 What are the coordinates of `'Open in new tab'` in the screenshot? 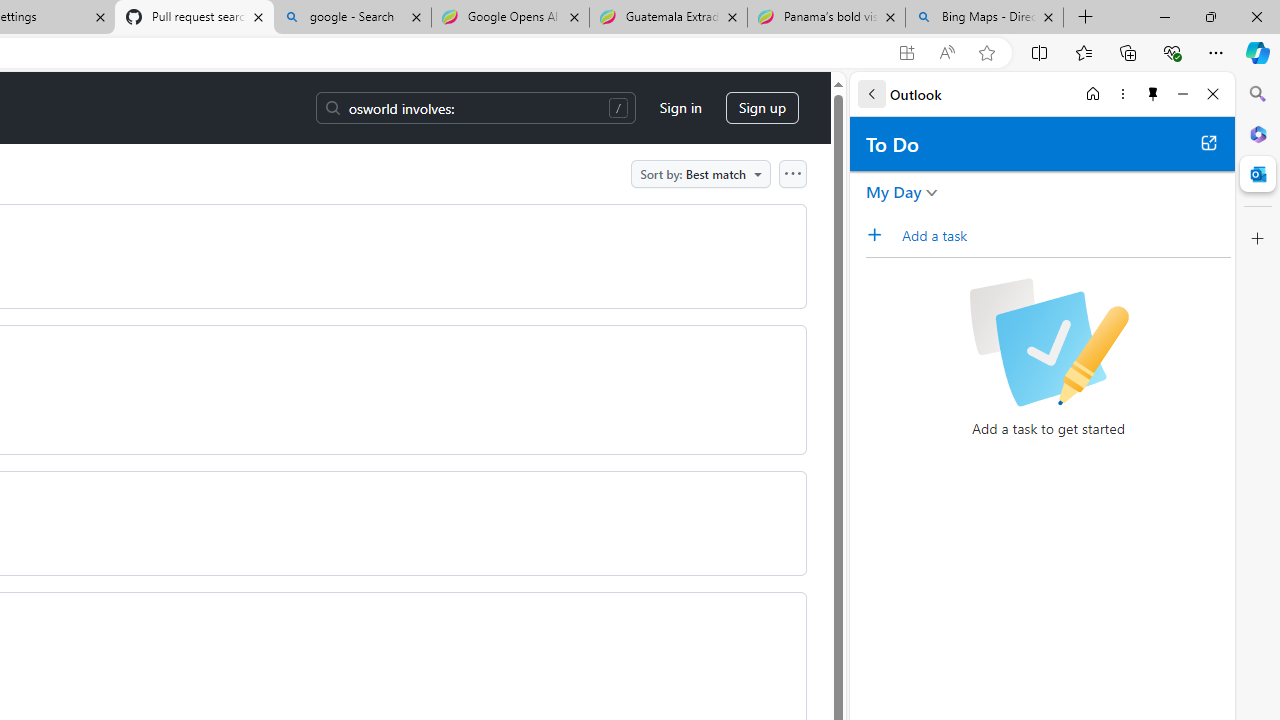 It's located at (1207, 141).